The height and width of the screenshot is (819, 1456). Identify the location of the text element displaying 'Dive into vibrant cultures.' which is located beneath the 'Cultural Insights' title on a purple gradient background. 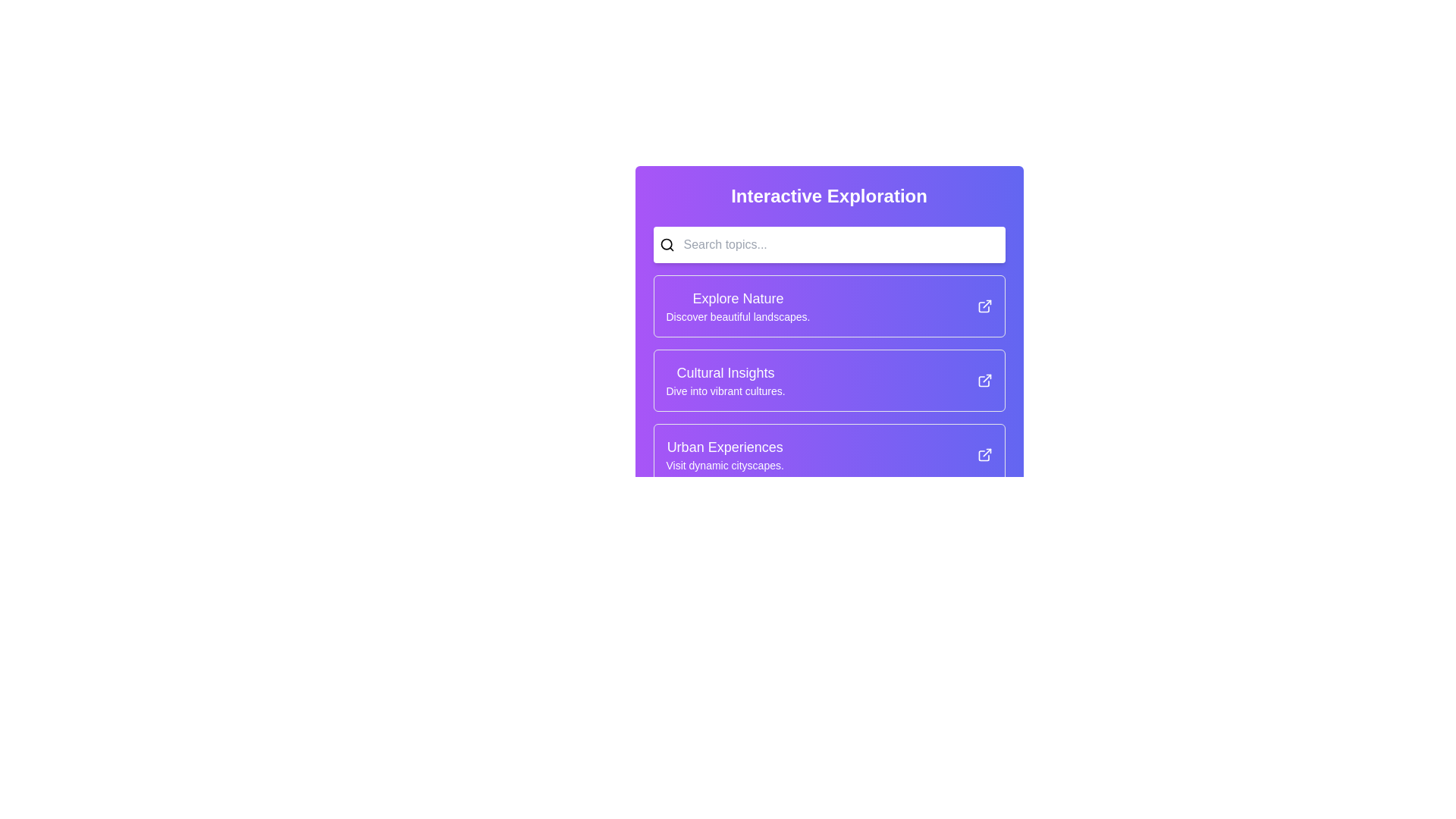
(725, 391).